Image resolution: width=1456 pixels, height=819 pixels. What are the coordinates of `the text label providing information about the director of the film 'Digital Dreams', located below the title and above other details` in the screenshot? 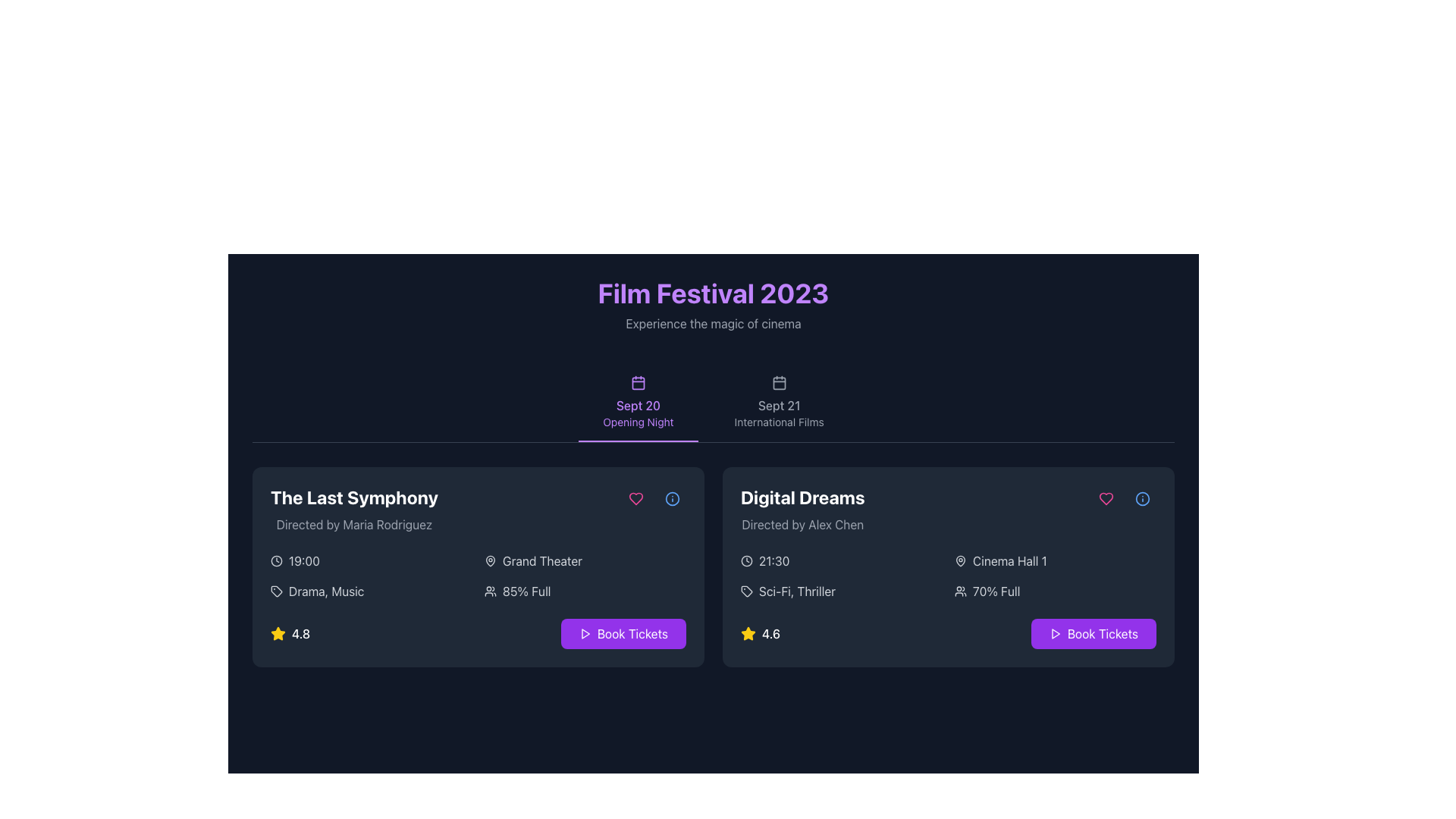 It's located at (802, 523).